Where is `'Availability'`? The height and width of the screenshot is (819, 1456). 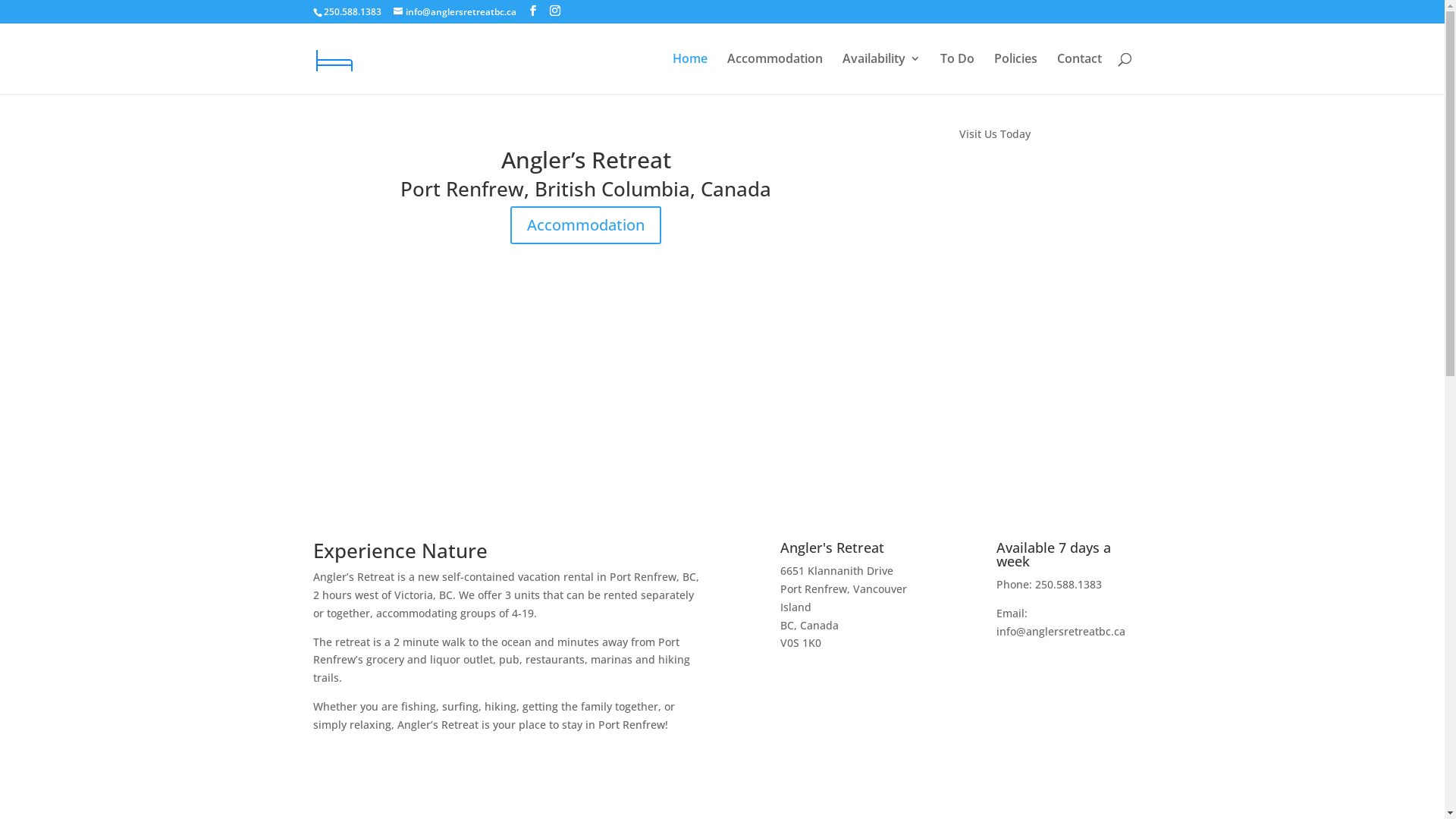
'Availability' is located at coordinates (880, 73).